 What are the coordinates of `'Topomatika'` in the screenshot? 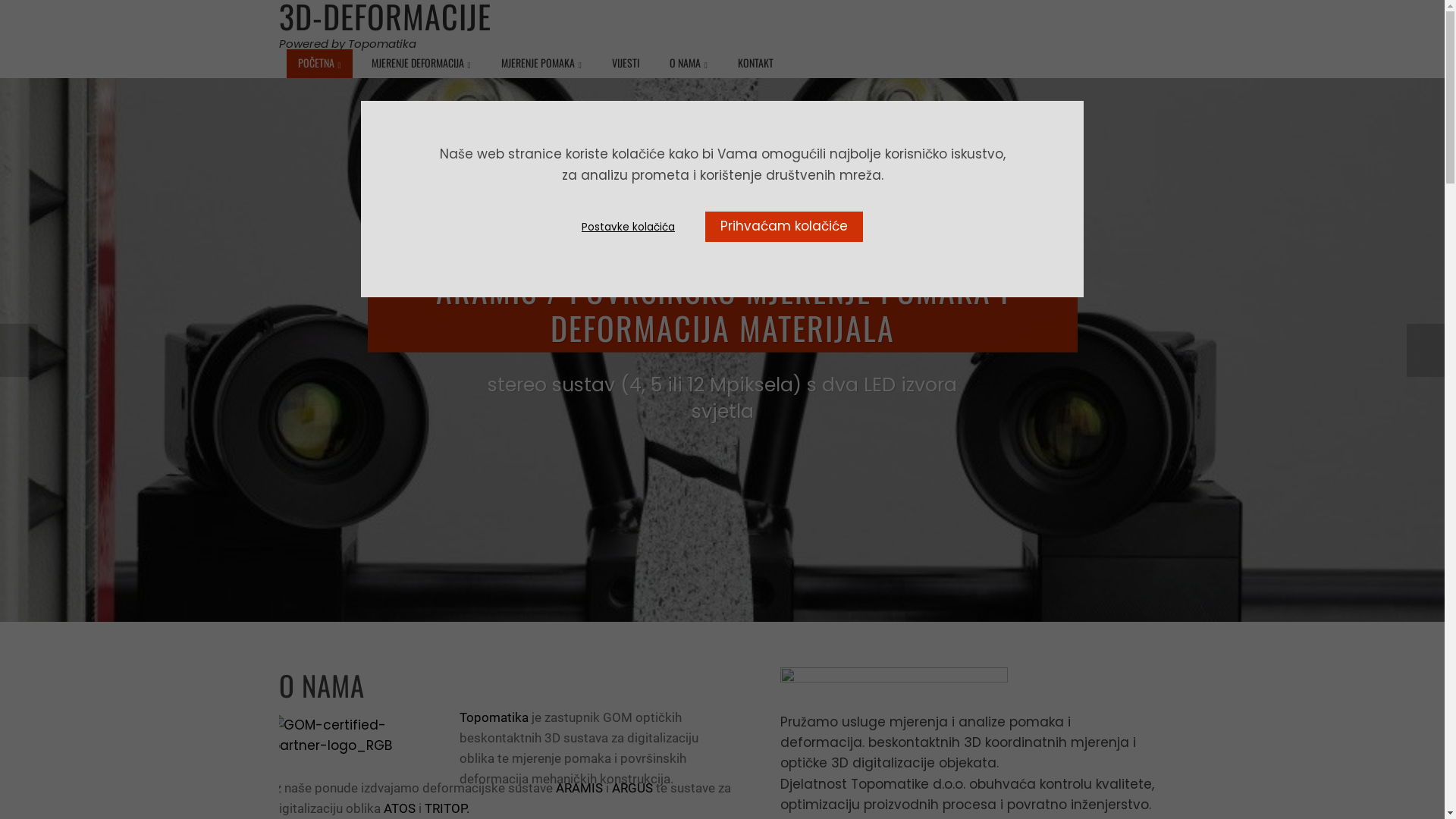 It's located at (458, 717).